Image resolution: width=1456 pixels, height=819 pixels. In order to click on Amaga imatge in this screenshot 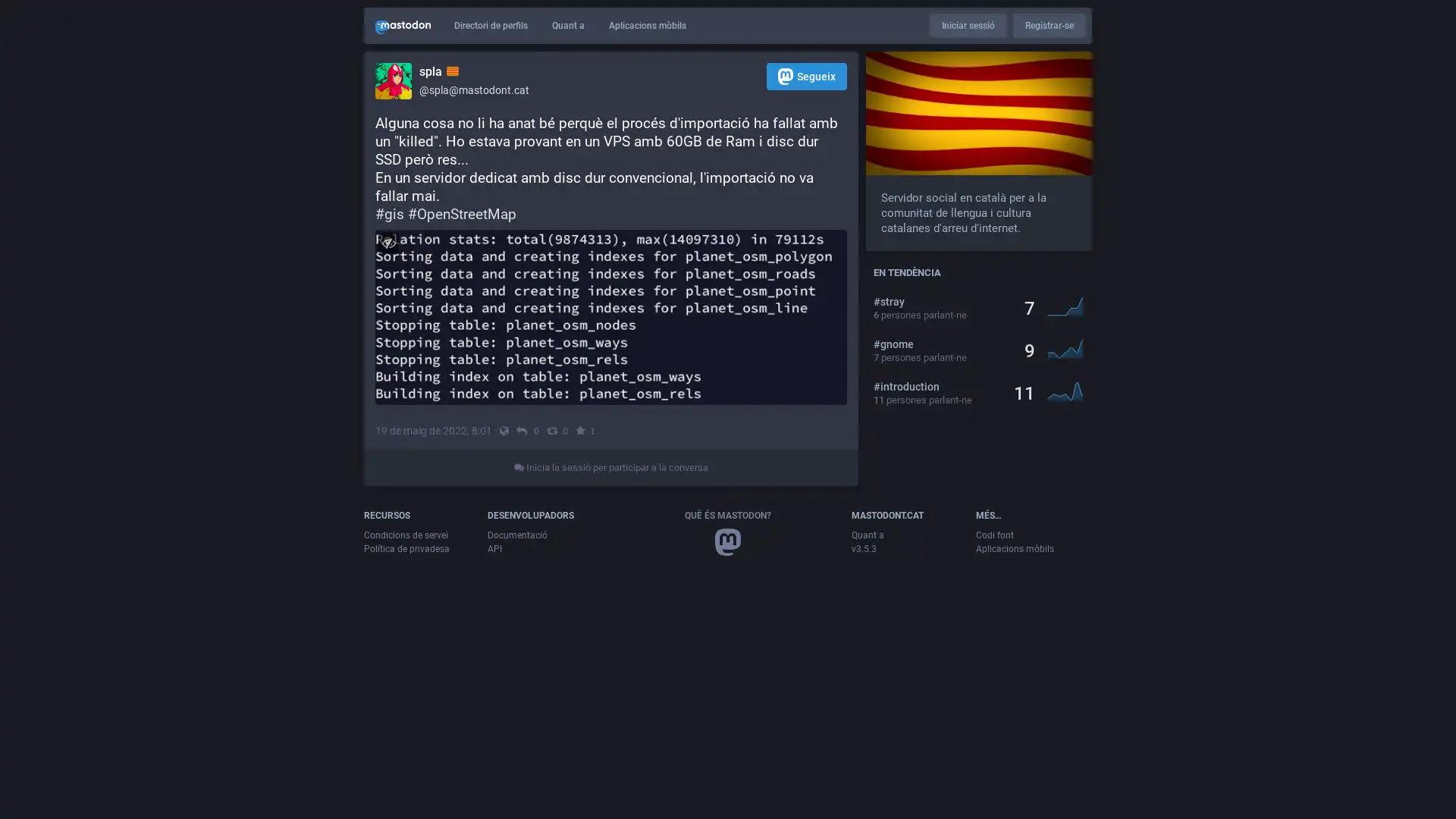, I will do `click(388, 242)`.